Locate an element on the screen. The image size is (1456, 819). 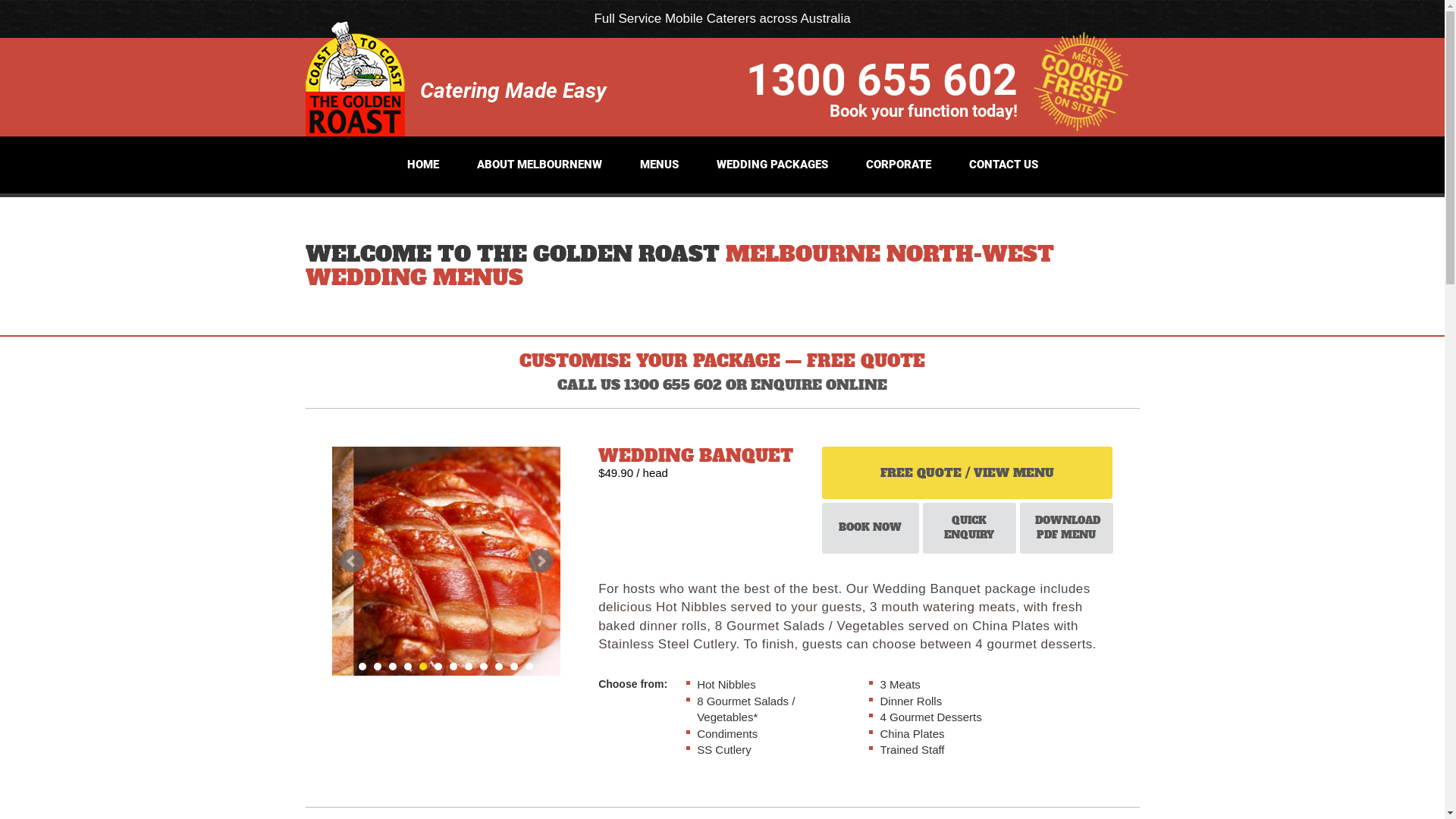
'3' is located at coordinates (393, 666).